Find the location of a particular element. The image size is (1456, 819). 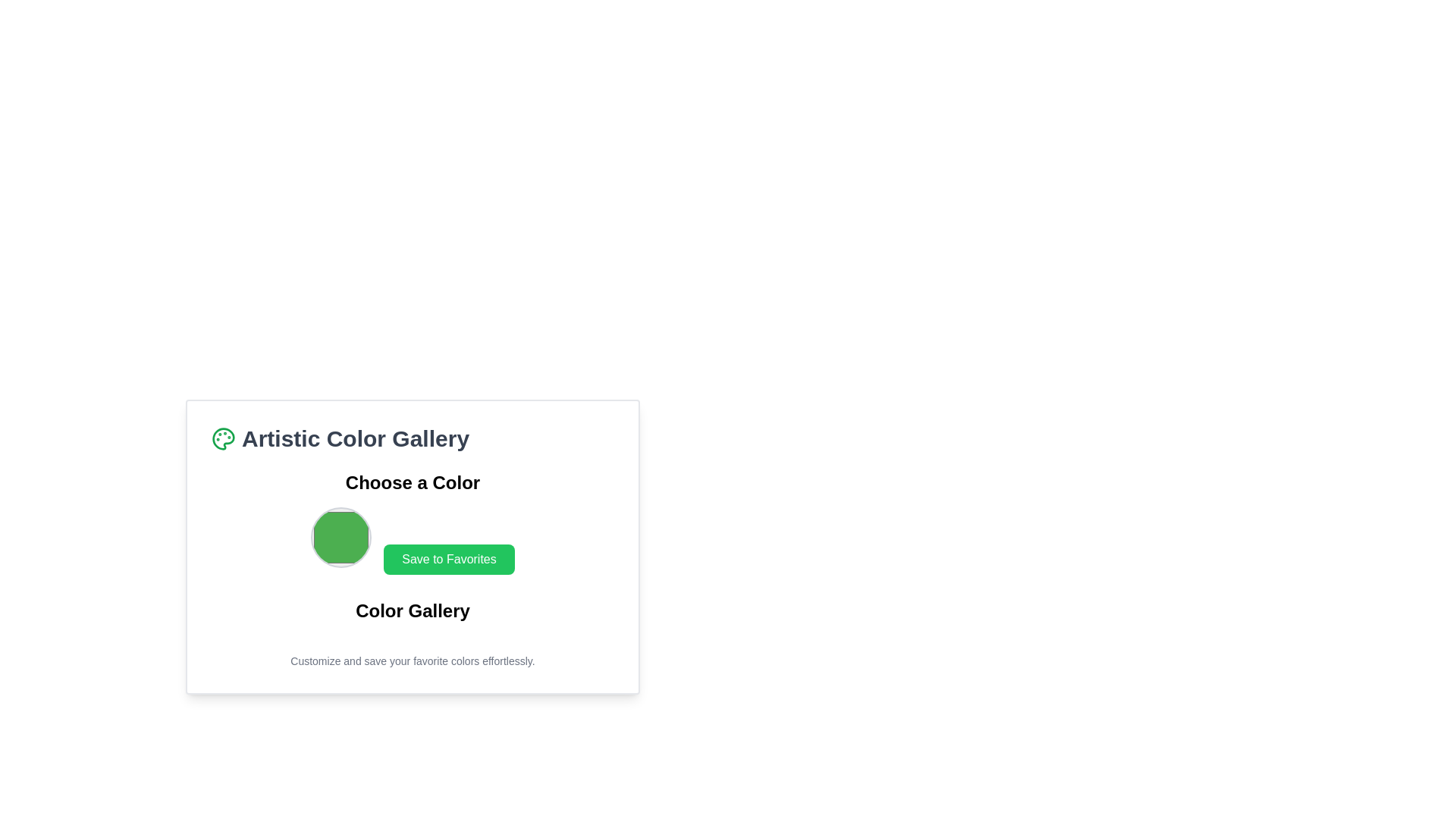

the circular painter's palette icon in the header of the 'Artistic Color Gallery' card component is located at coordinates (222, 438).